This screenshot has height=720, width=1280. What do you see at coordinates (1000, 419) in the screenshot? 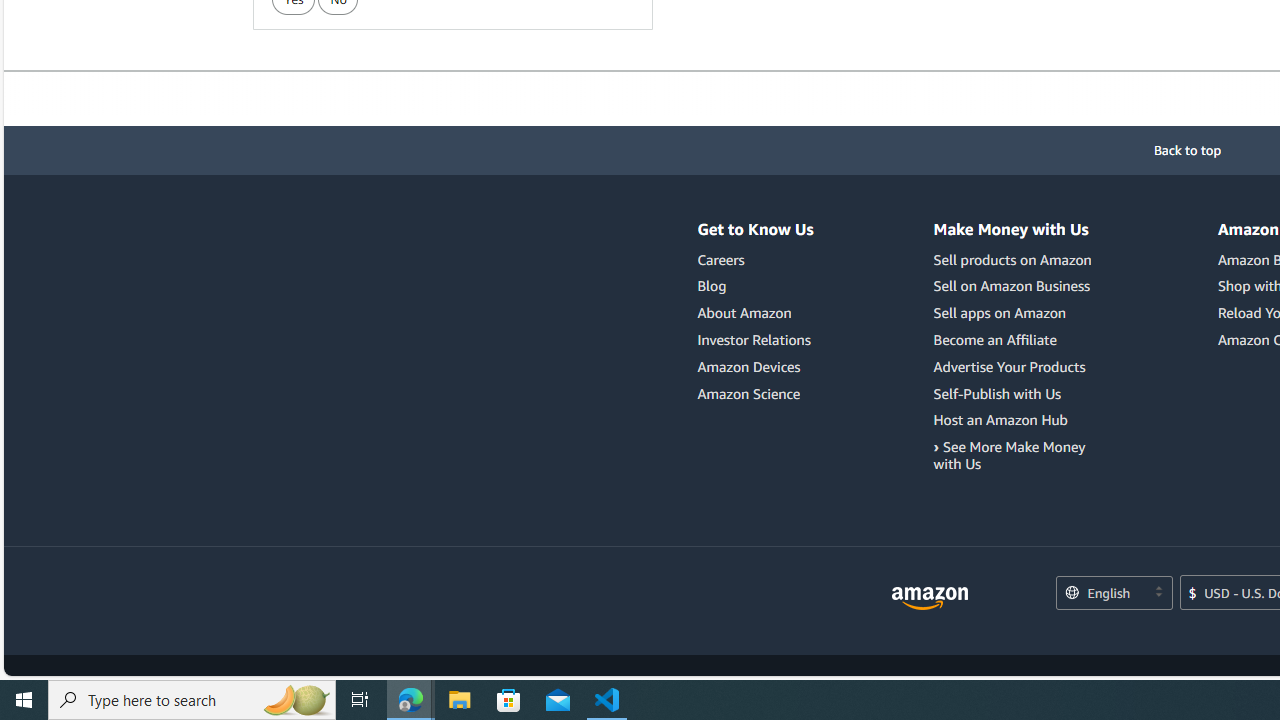
I see `'Host an Amazon Hub'` at bounding box center [1000, 419].